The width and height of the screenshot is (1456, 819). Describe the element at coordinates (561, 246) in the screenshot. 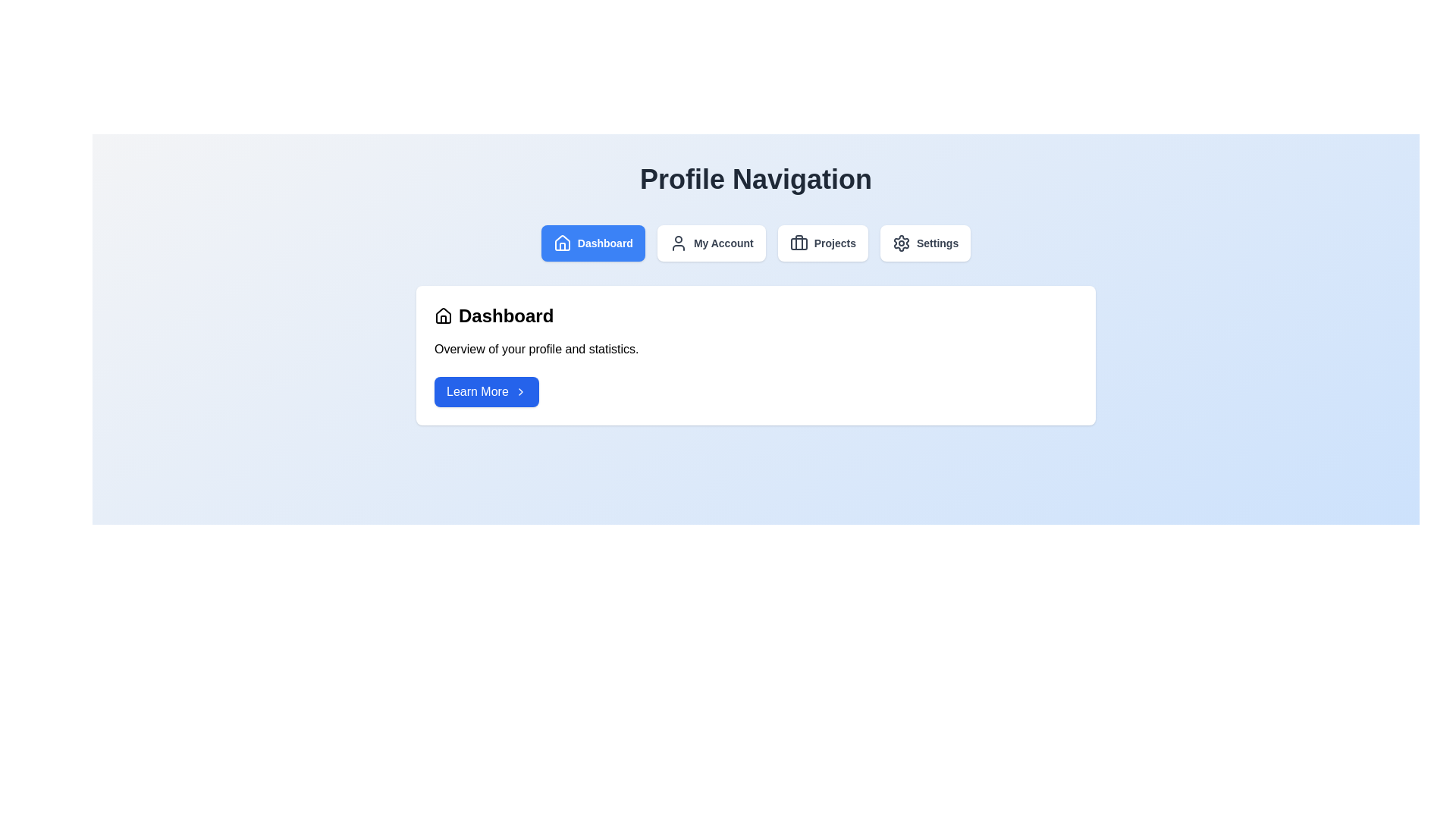

I see `the door element of the house icon in the SVG graphic, which is located at the vertical bottom portion and is visually smaller compared to the roof and walls` at that location.